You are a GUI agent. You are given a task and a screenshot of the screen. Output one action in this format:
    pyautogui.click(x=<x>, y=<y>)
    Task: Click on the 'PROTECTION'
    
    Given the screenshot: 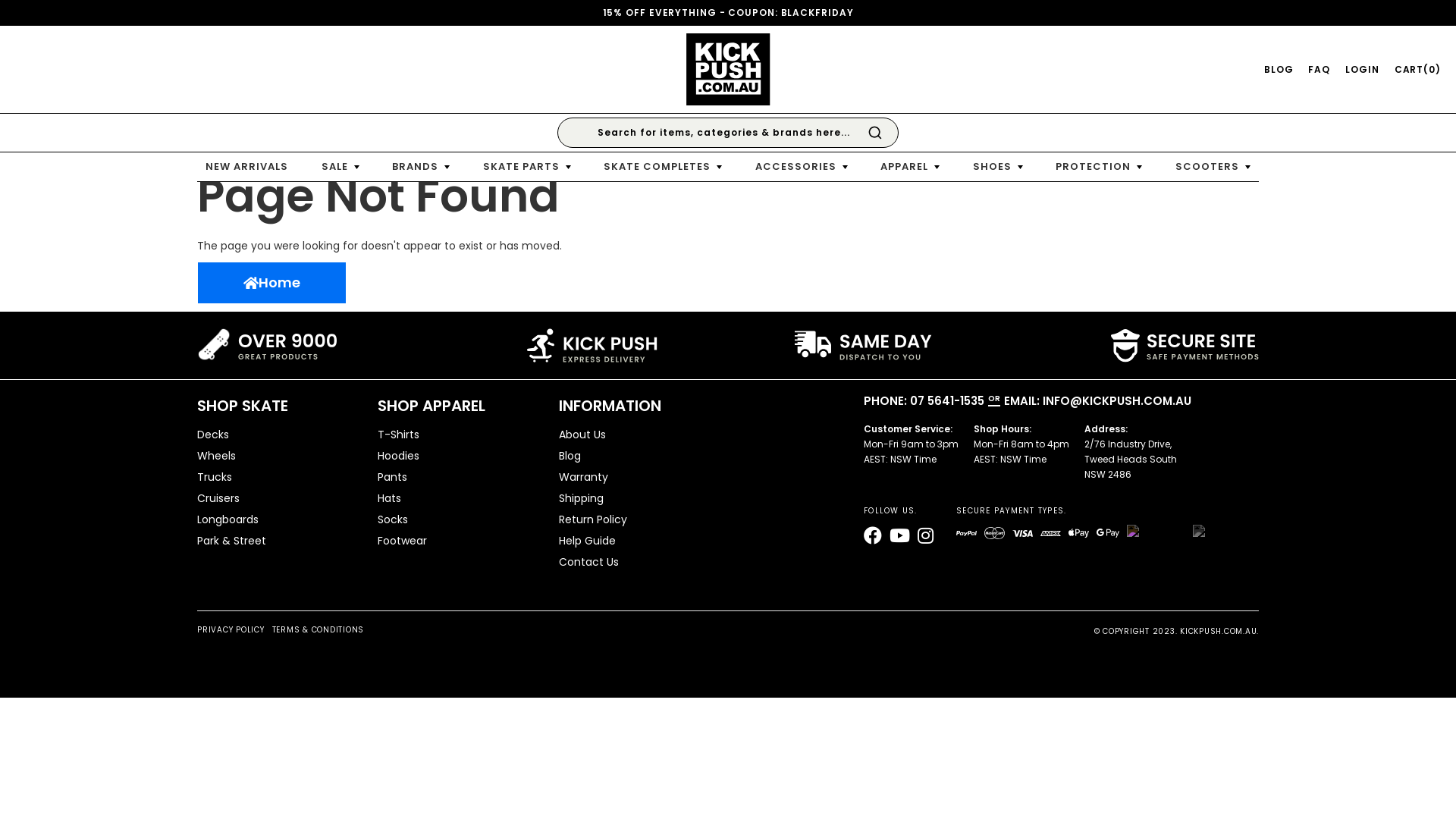 What is the action you would take?
    pyautogui.click(x=1099, y=166)
    